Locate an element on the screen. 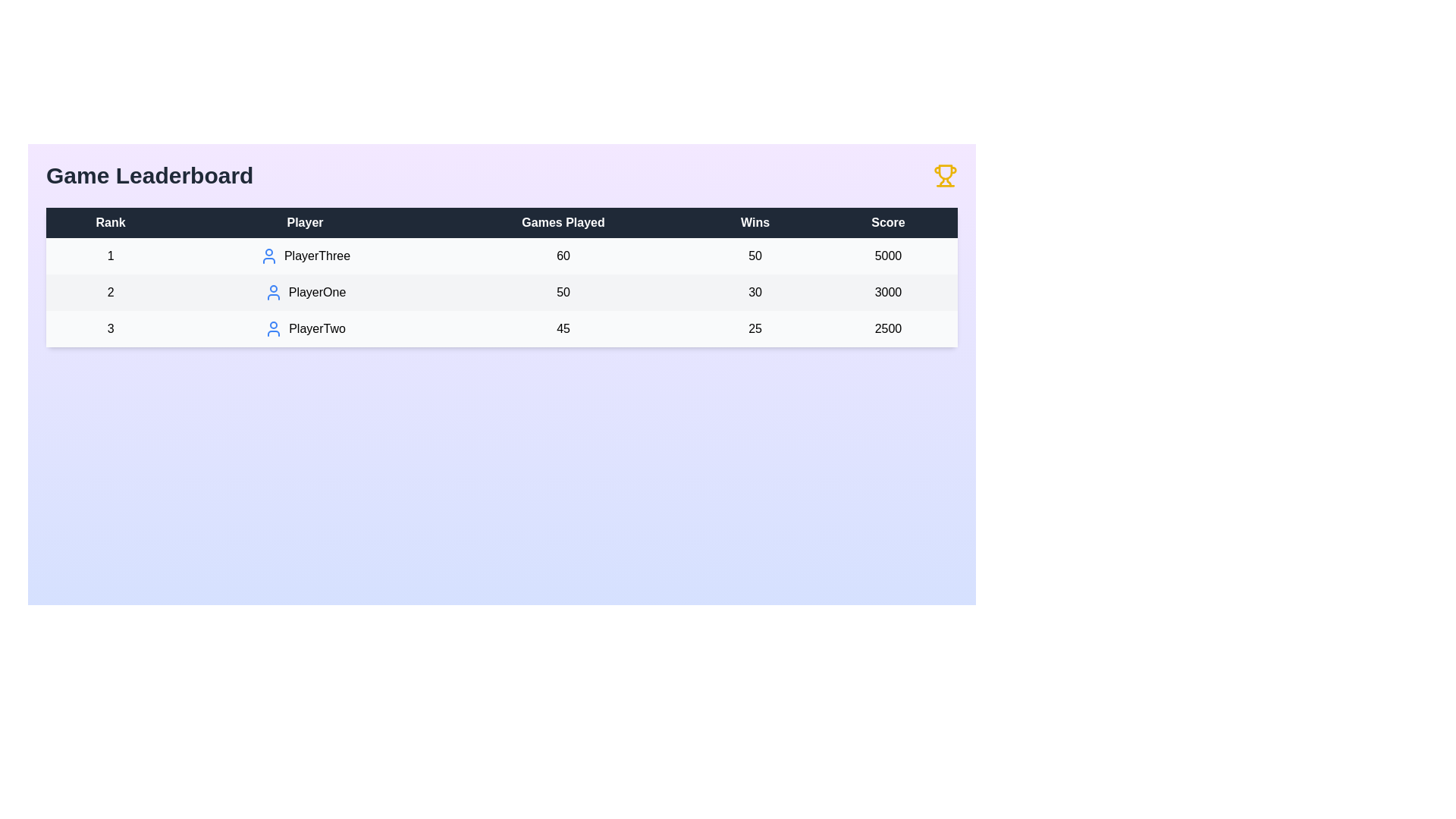  text content of the 'Wins' label for 'PlayerOne' located in the third column of the second row in the leaderboard table is located at coordinates (755, 292).